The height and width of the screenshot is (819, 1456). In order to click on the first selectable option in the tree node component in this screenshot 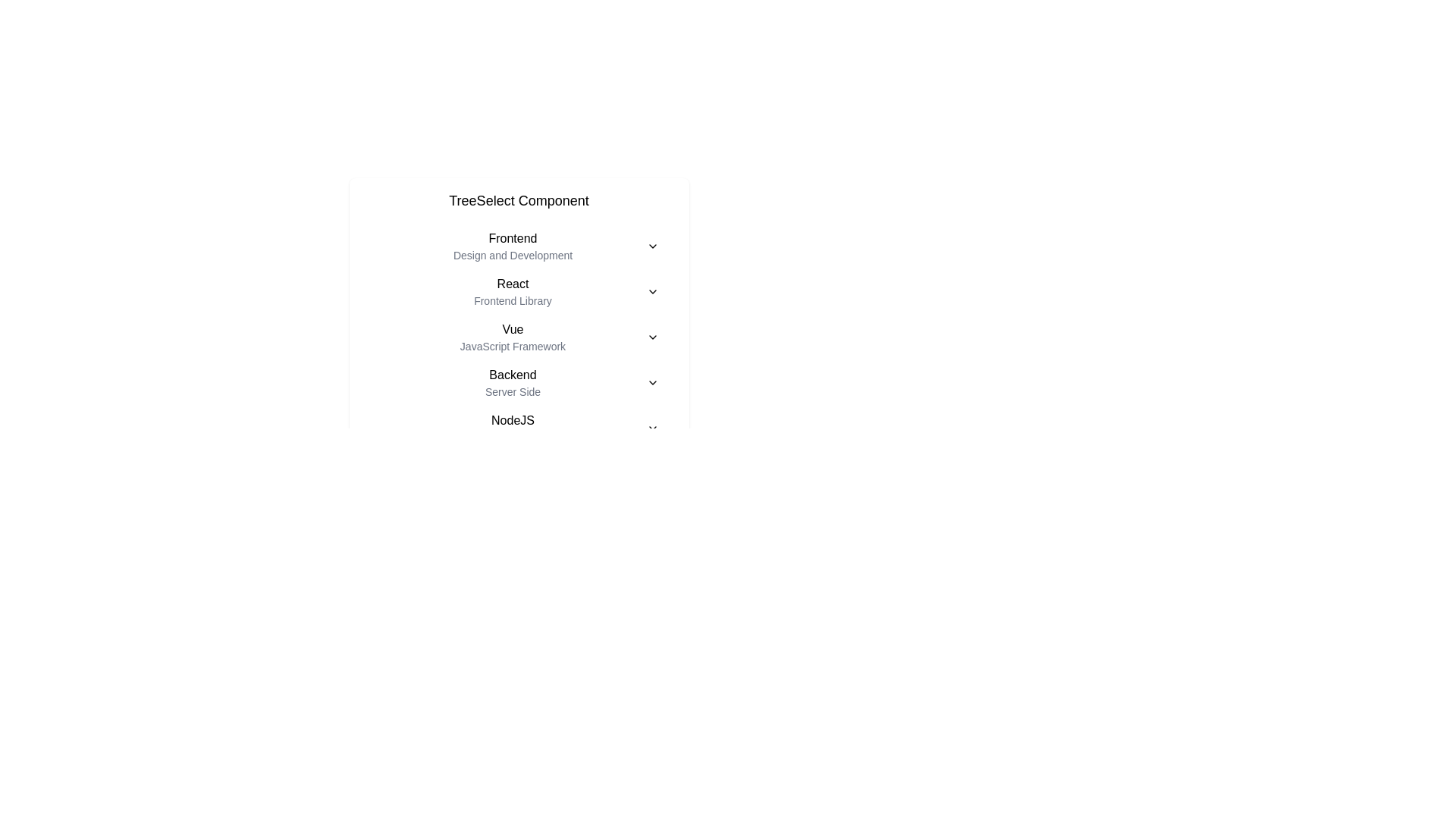, I will do `click(519, 245)`.